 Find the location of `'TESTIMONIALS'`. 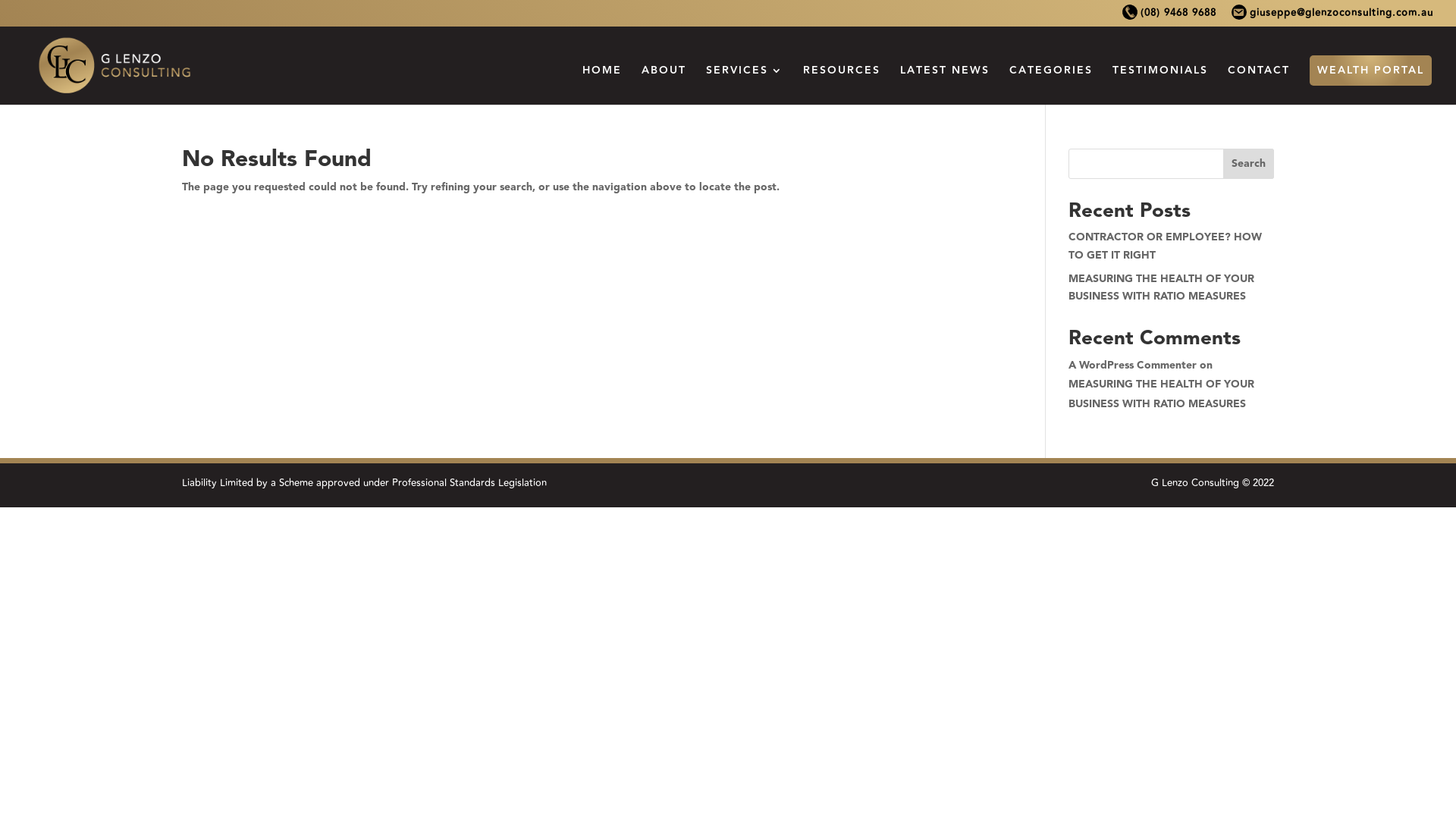

'TESTIMONIALS' is located at coordinates (1159, 84).